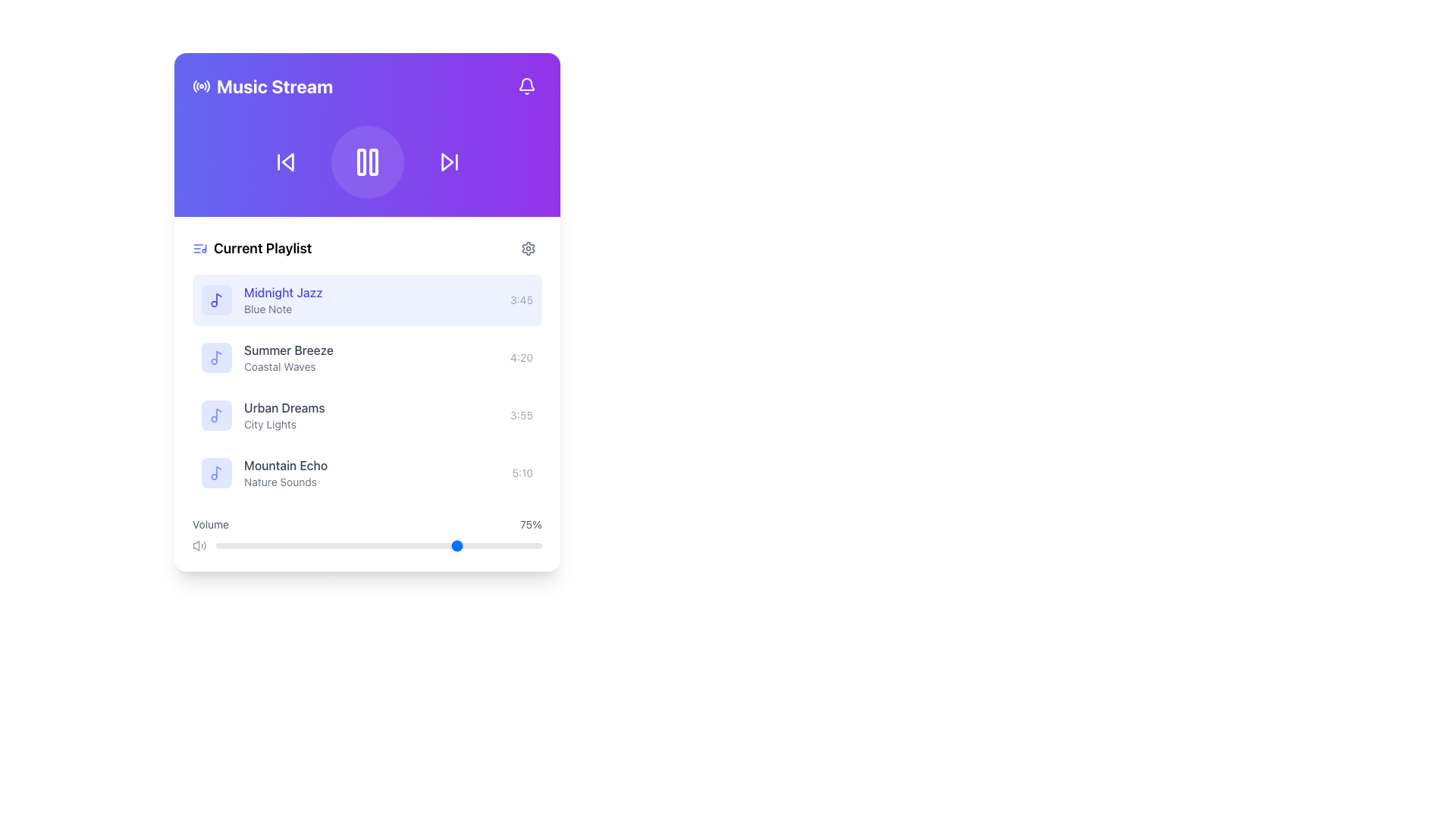 The image size is (1456, 819). Describe the element at coordinates (194, 86) in the screenshot. I see `the leftmost arc of the radio icon that visually represents radio functionality, located next to the 'Music Stream' title` at that location.